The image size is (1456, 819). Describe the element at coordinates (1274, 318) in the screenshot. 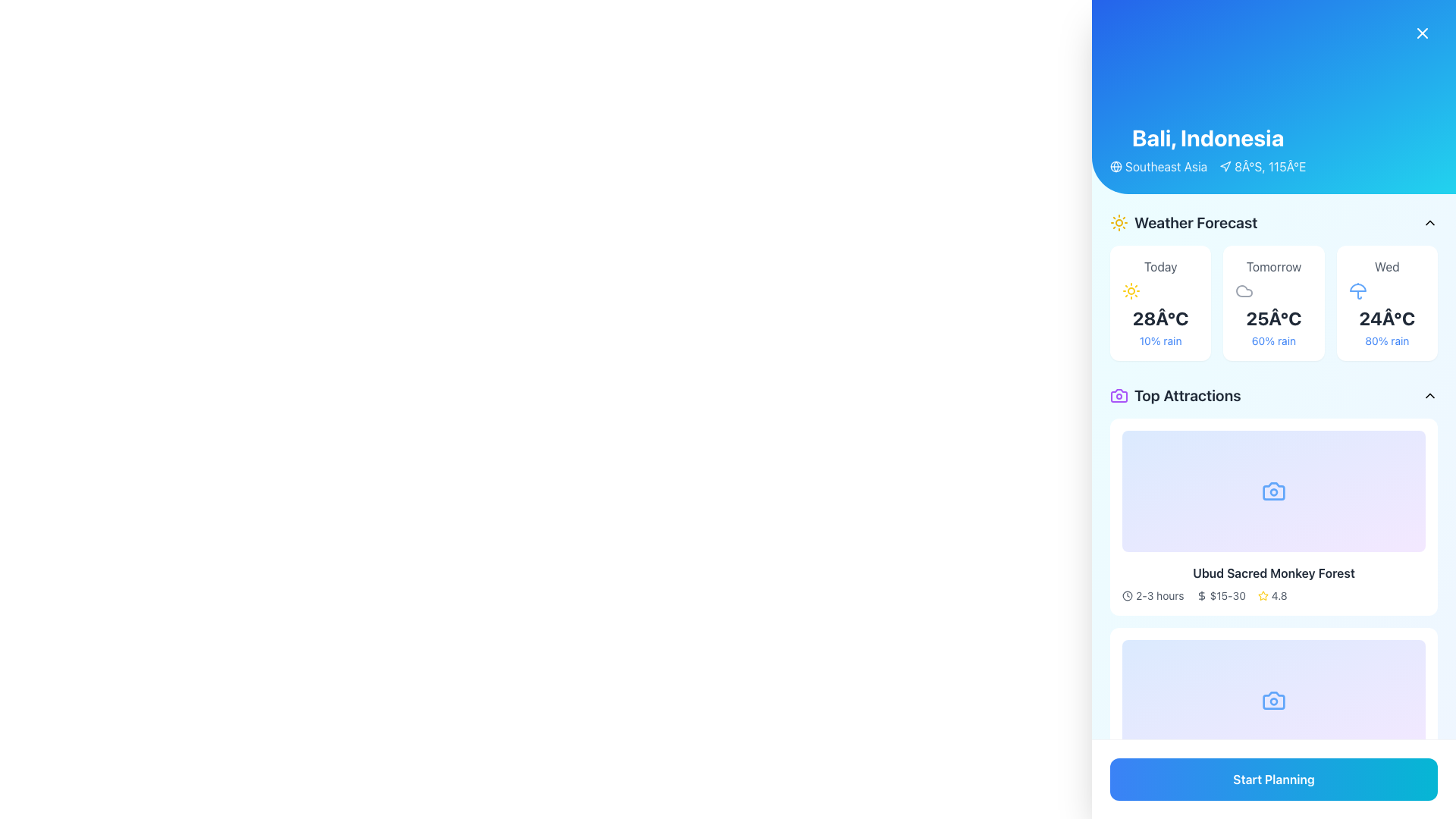

I see `the Static Text Label that displays tomorrow's temperature in degrees Celsius, located in the middle of the 'Tomorrow' weather forecast card, positioned above '60% rain' and below a cloud icon` at that location.